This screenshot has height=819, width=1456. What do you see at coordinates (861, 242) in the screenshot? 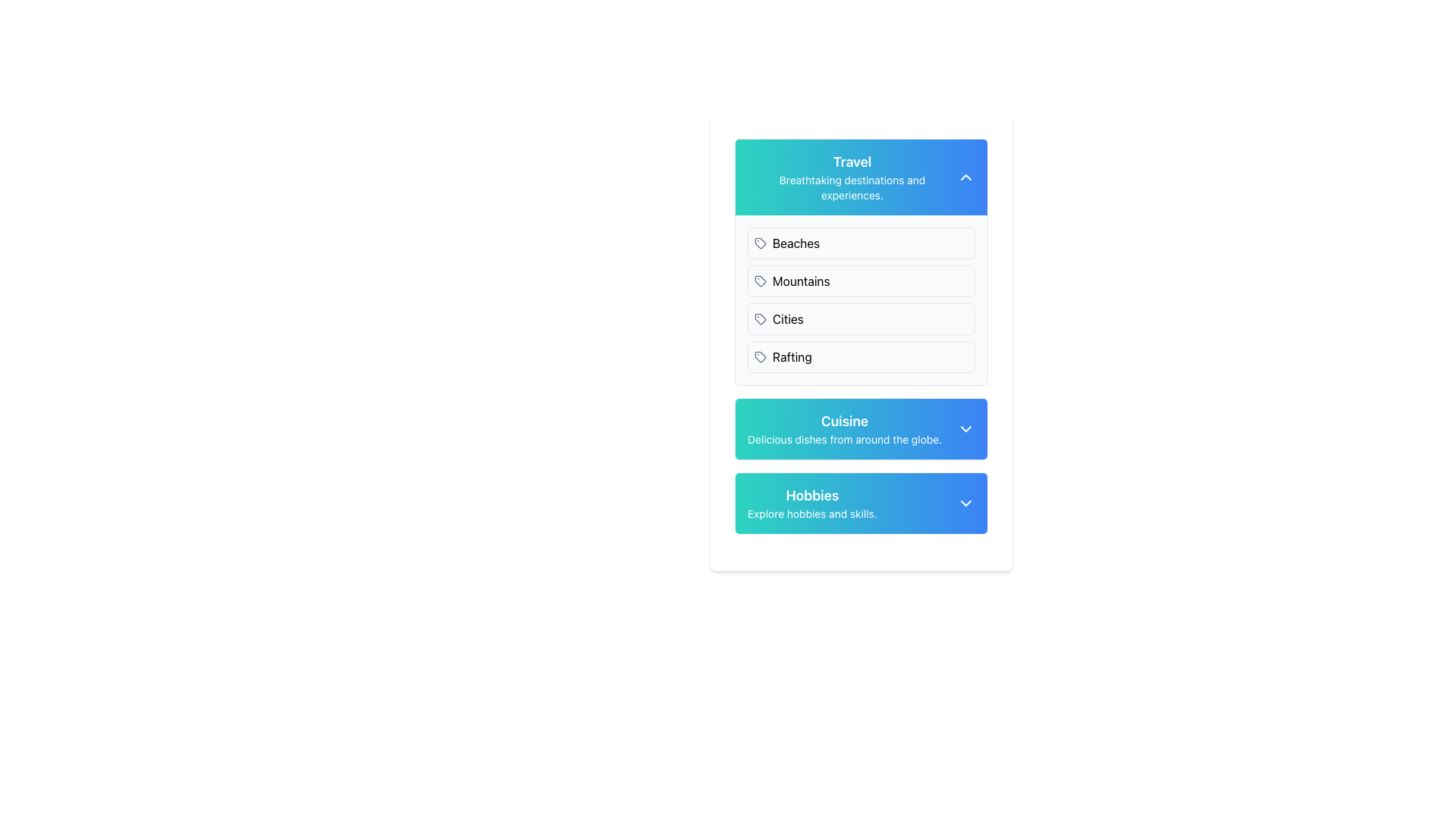
I see `the non-interactive list item representing the category 'Beaches' in the 'Travel' section, which is the first item in a vertical list` at bounding box center [861, 242].